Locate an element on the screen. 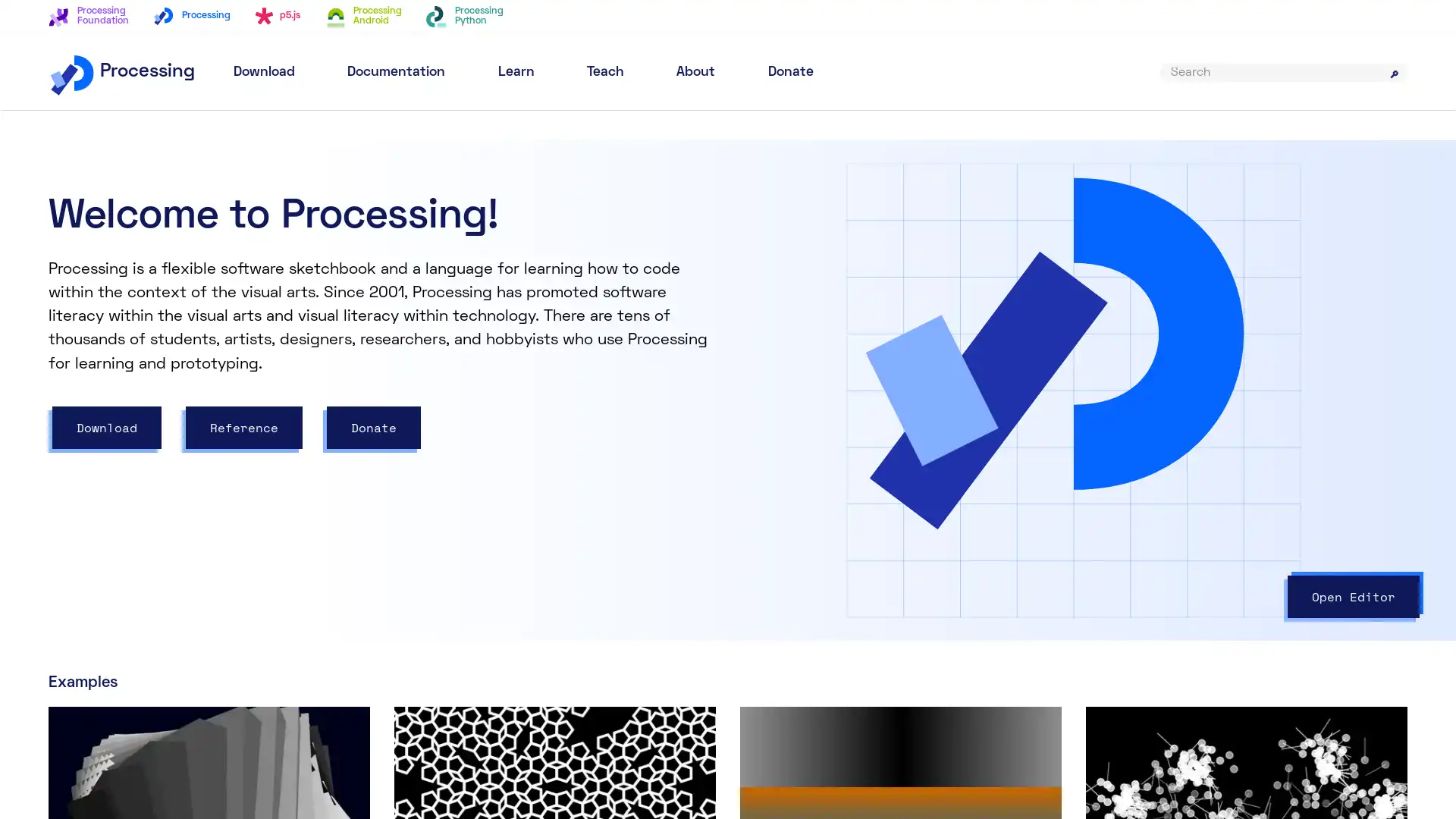 This screenshot has height=819, width=1456. change position is located at coordinates (822, 397).